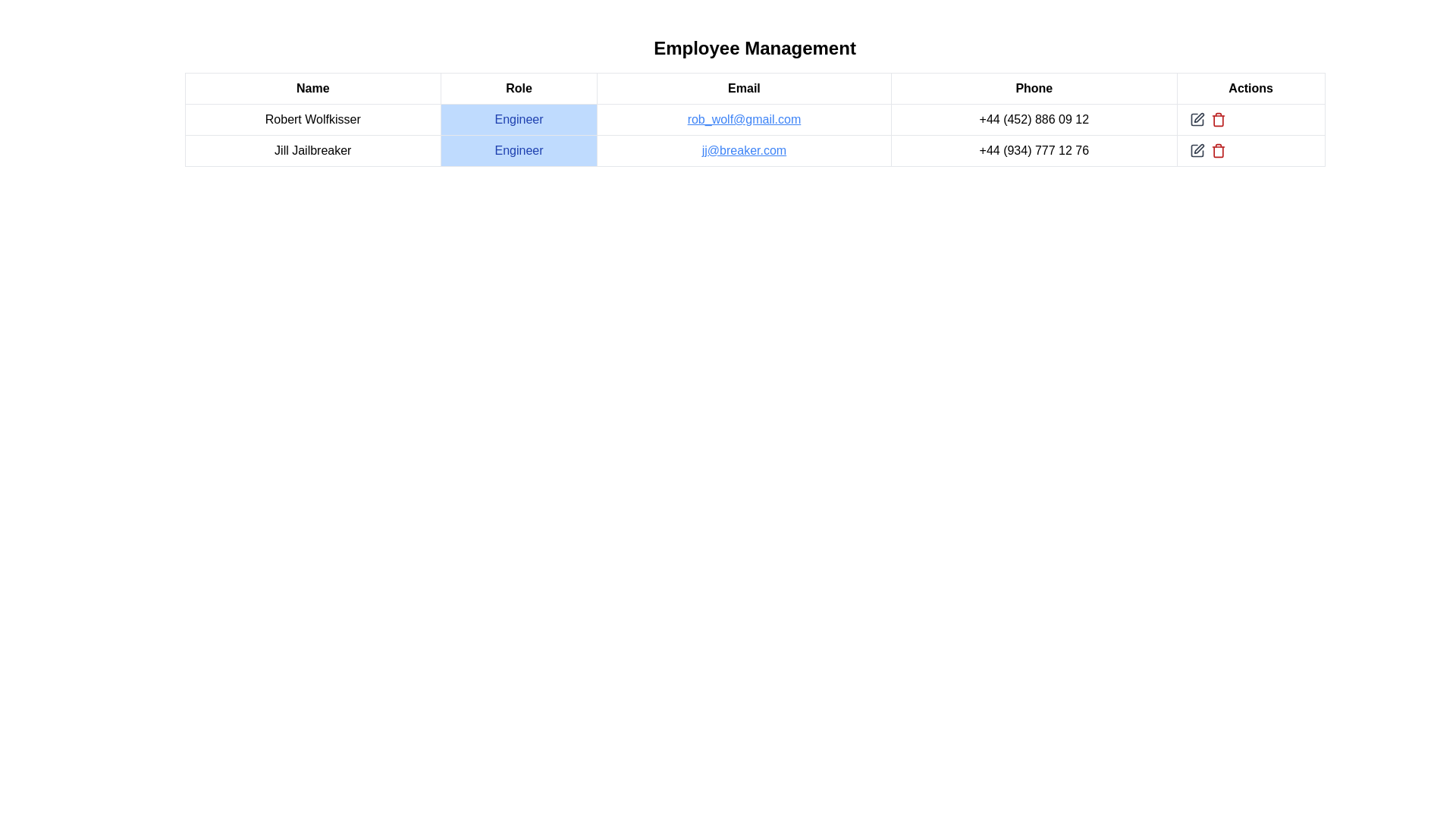  What do you see at coordinates (1218, 119) in the screenshot?
I see `the trash icon, which is the second interactive icon in the 'Actions' column of the second row of the table` at bounding box center [1218, 119].